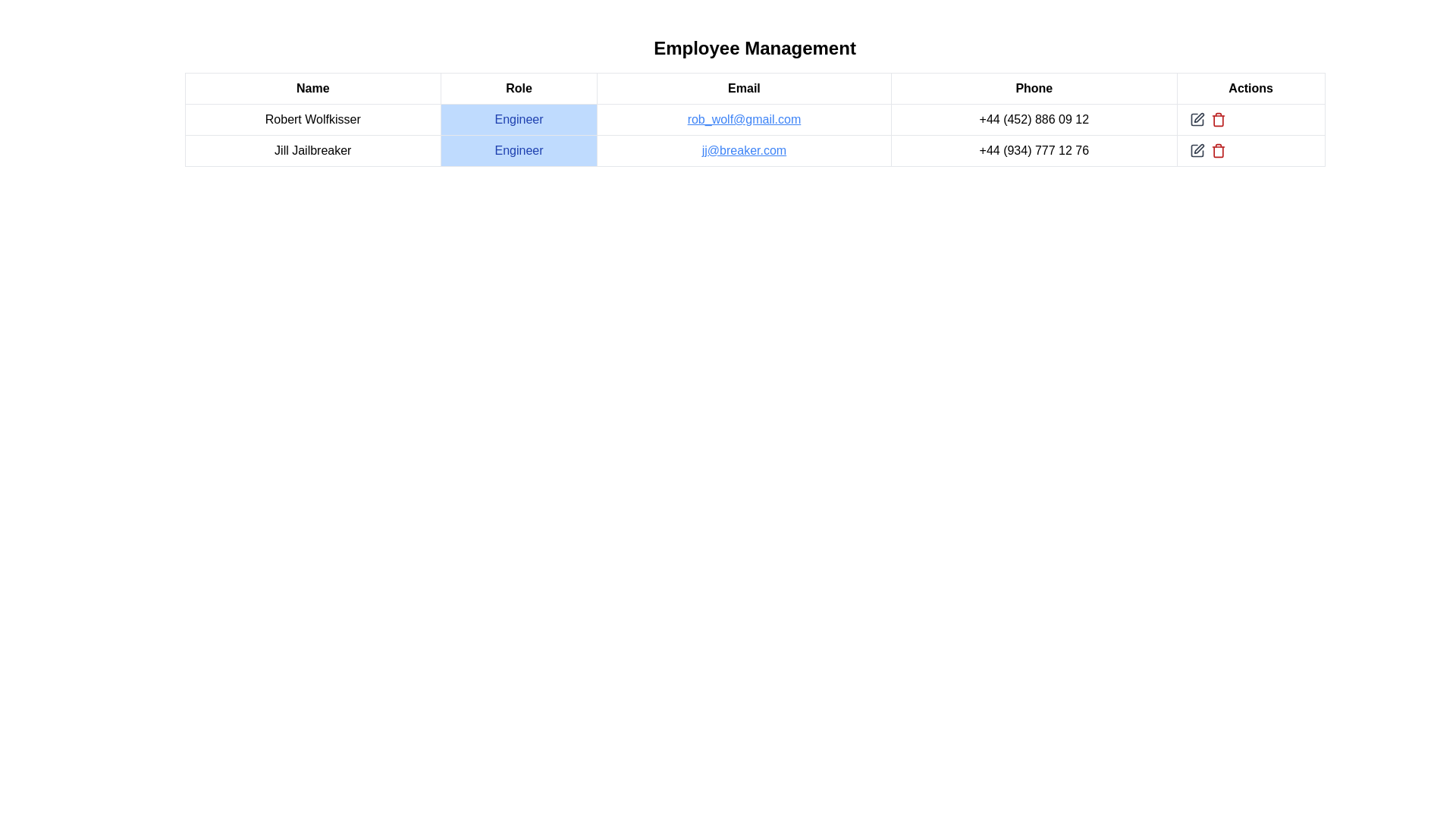  What do you see at coordinates (1218, 119) in the screenshot?
I see `the trash icon, which is the second interactive icon in the 'Actions' column of the second row of the table` at bounding box center [1218, 119].